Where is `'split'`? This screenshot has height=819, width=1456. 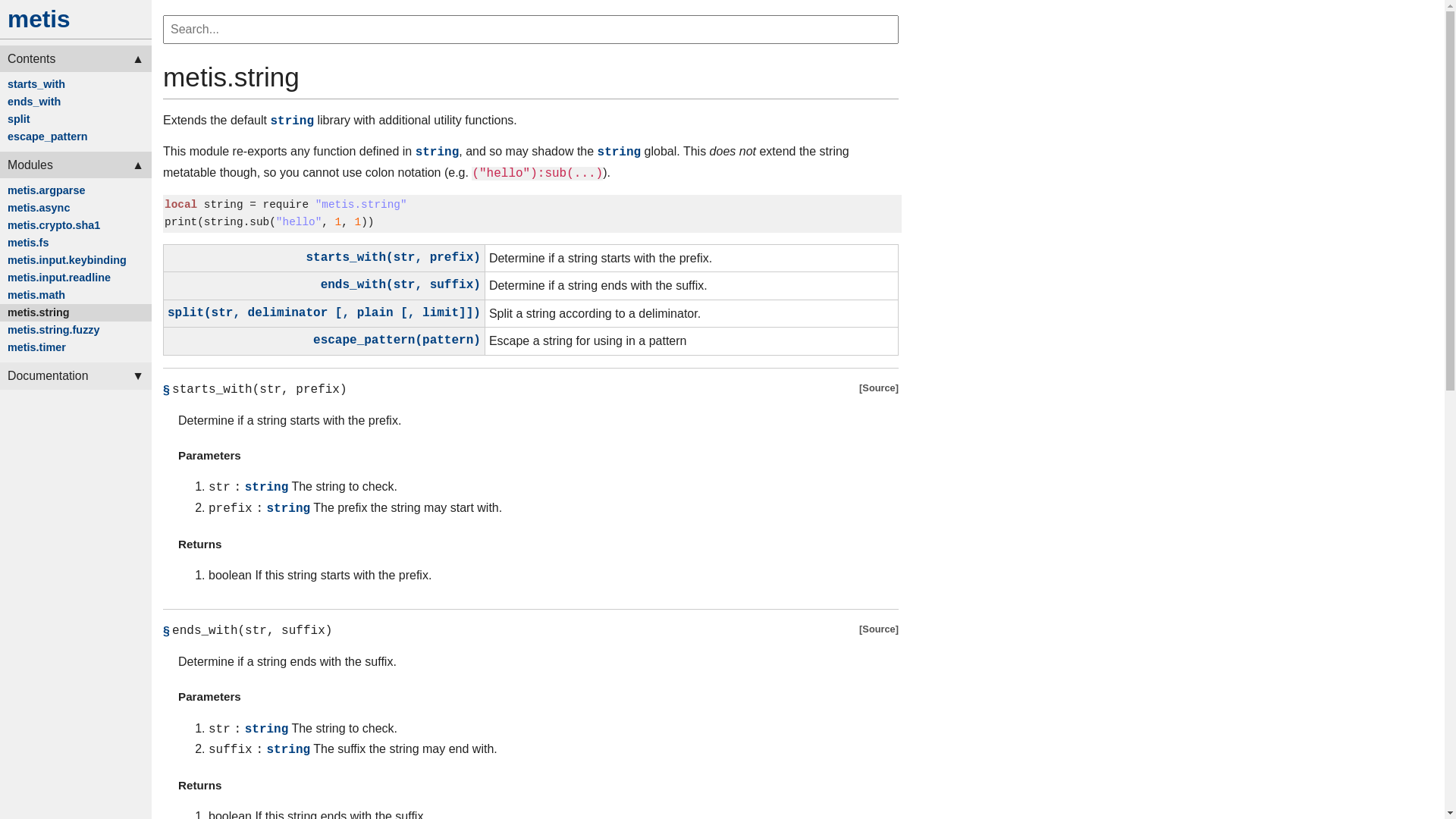 'split' is located at coordinates (75, 118).